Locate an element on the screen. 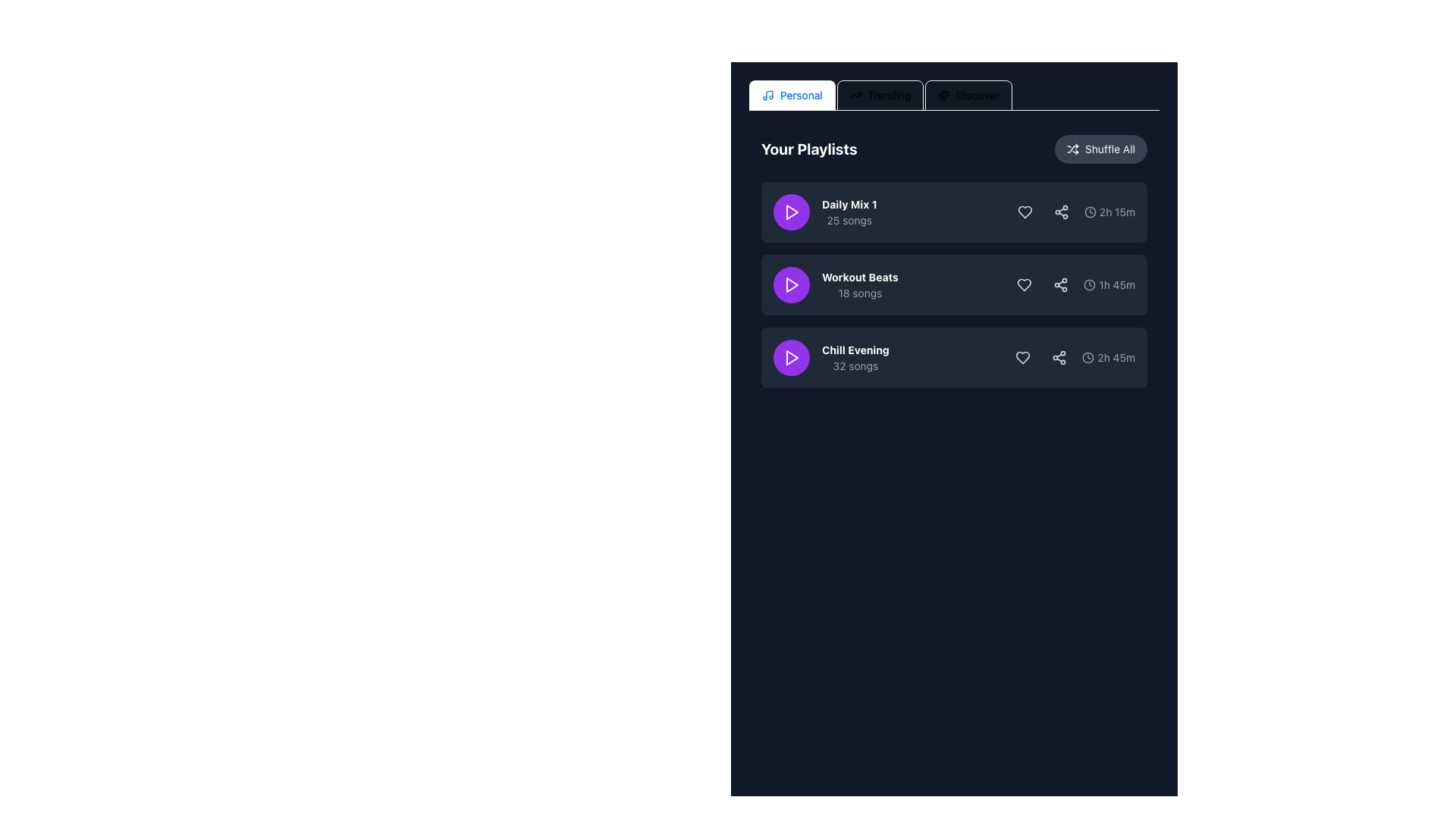  the play icon located inside the circular purple button to the left of the 'Daily Mix 1' label is located at coordinates (790, 212).